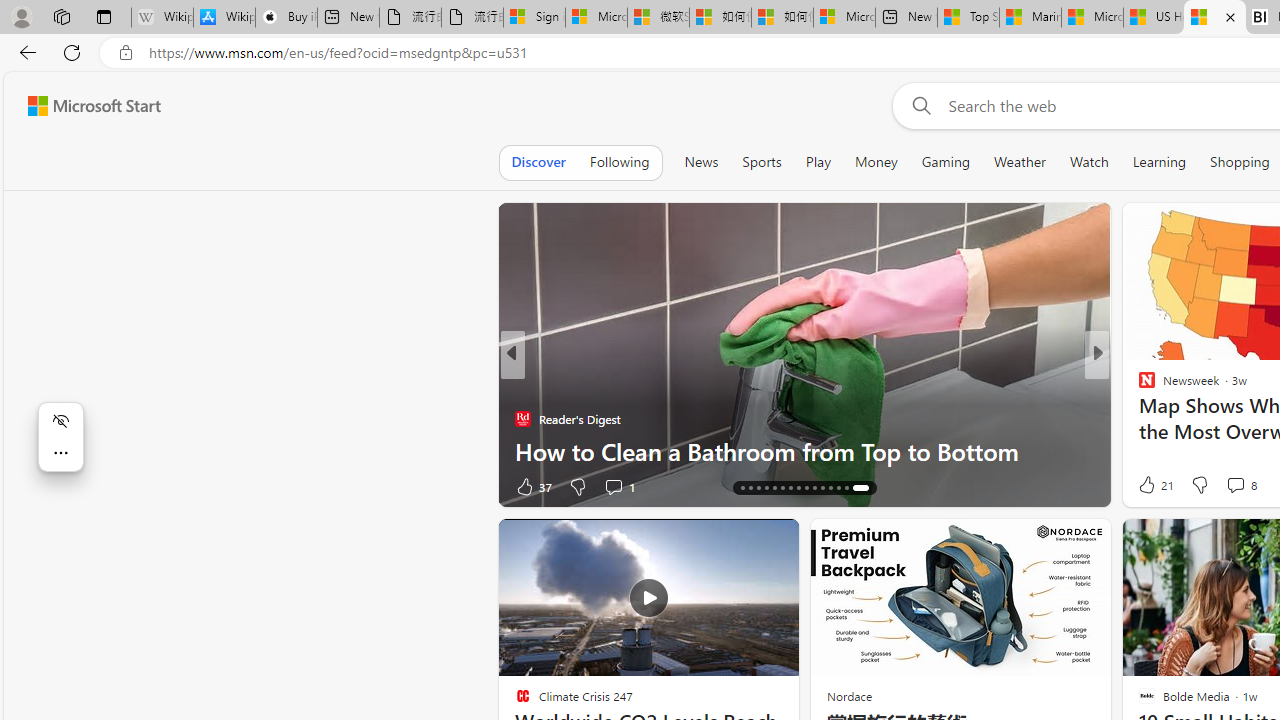 This screenshot has width=1280, height=720. I want to click on 'Play', so click(817, 161).